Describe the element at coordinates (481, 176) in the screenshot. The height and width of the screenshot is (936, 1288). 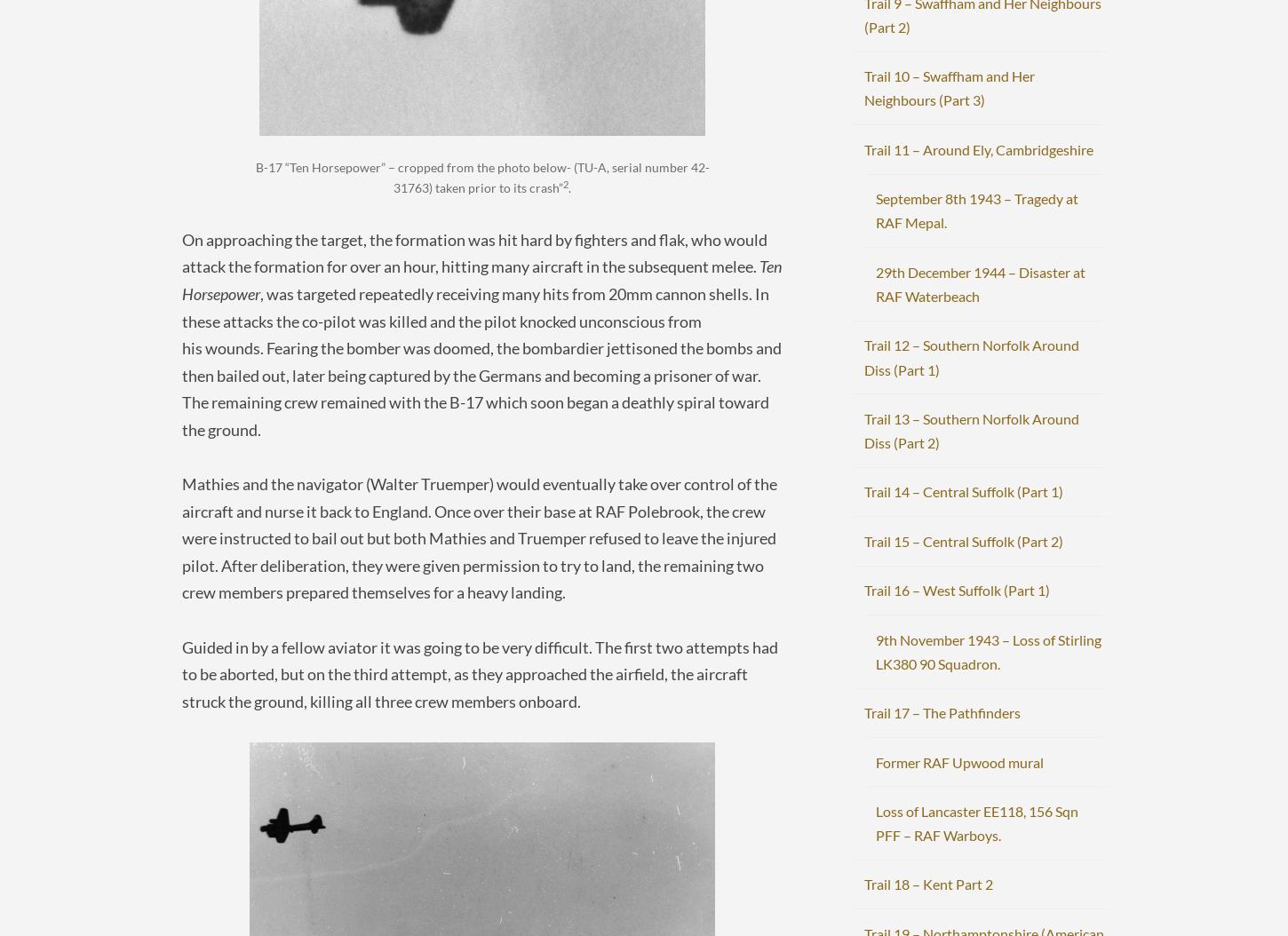
I see `'B-17 “Ten Horsepower” – cropped from the photo below- (TU-A, serial number 42-31763) taken prior to its crash”'` at that location.